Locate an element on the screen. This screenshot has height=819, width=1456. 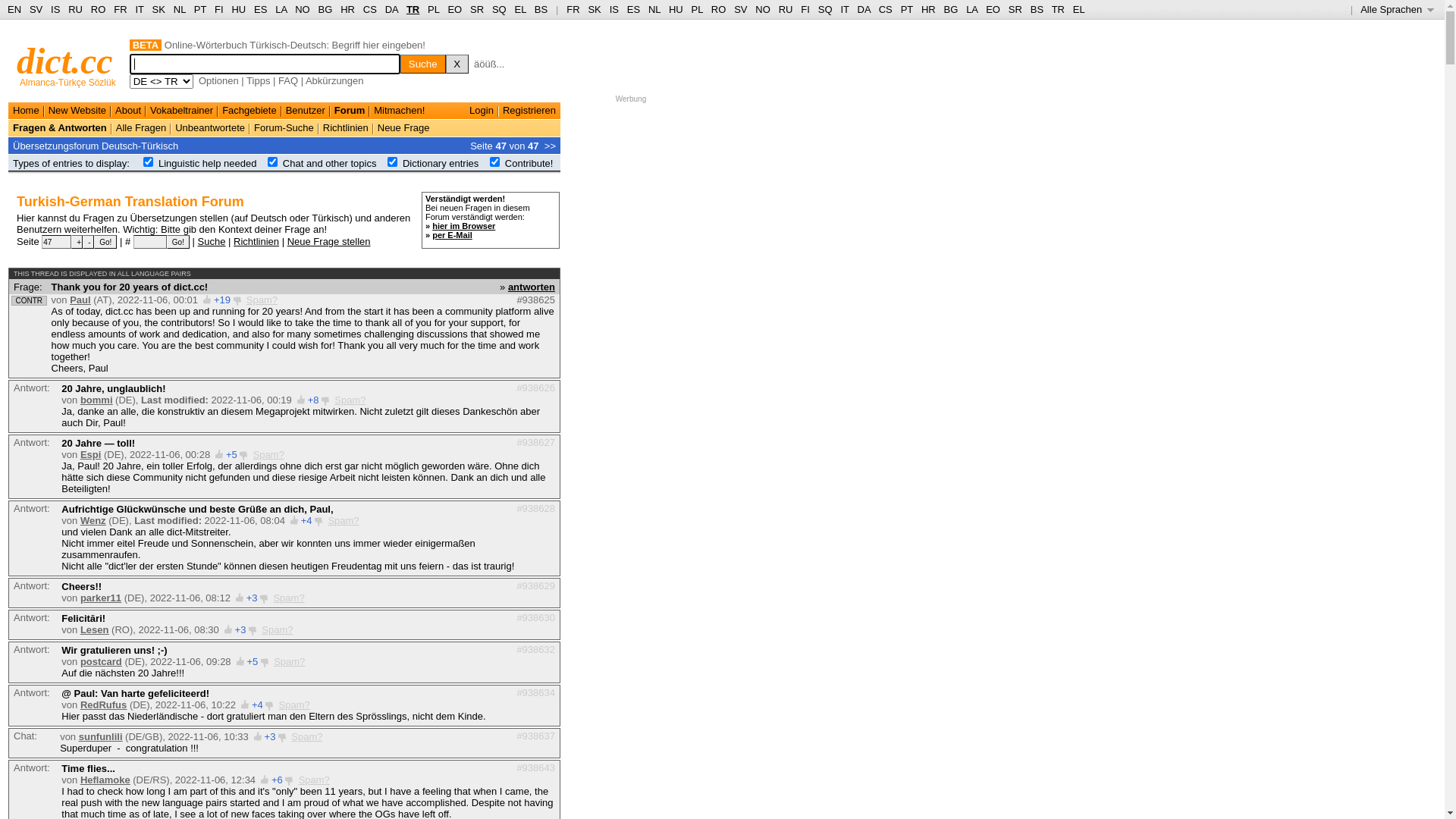
'ES' is located at coordinates (254, 9).